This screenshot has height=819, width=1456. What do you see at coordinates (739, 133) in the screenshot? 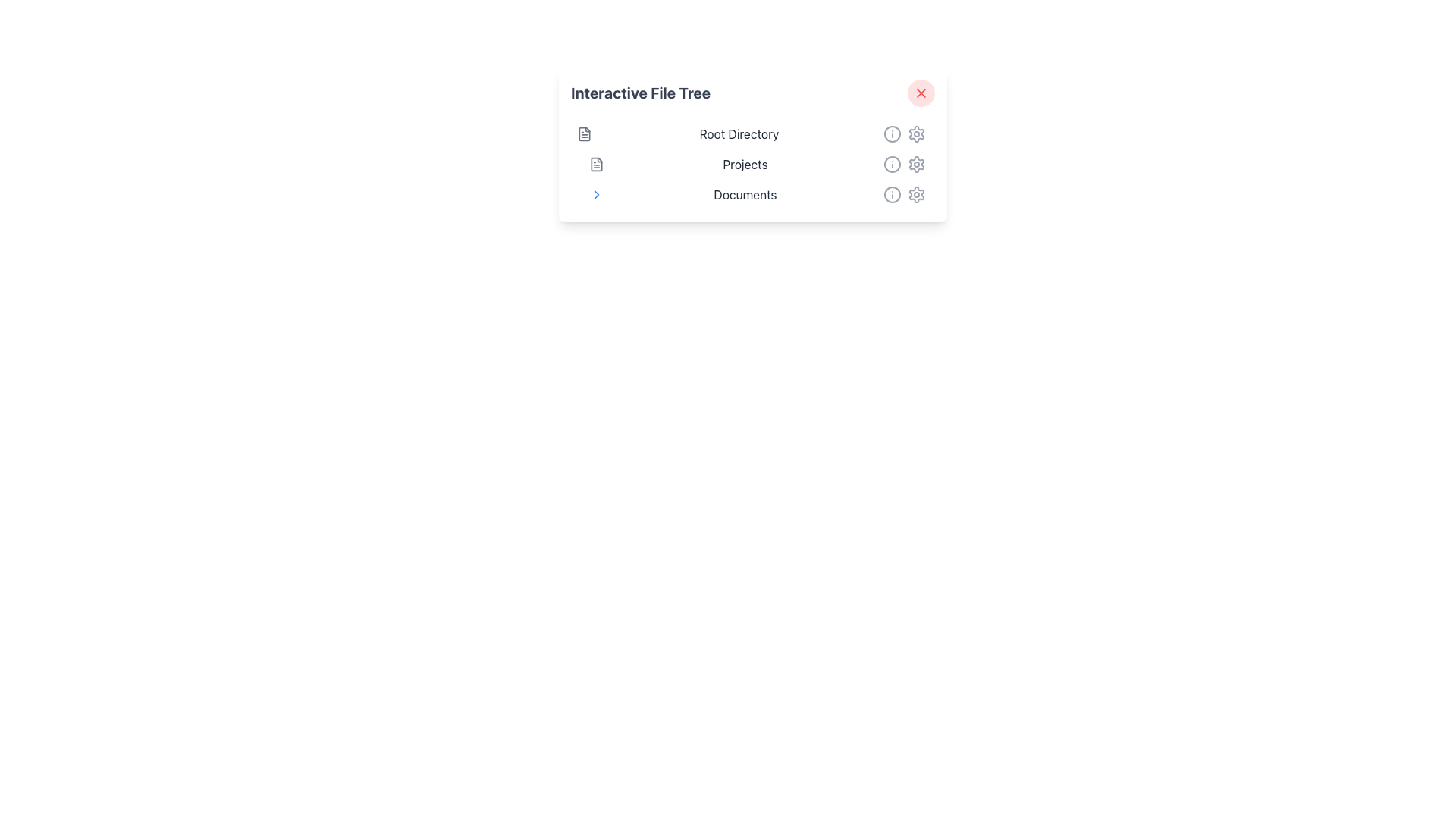
I see `the text label displaying the name of a file directory in the file navigation tree, positioned centrally between two icons` at bounding box center [739, 133].